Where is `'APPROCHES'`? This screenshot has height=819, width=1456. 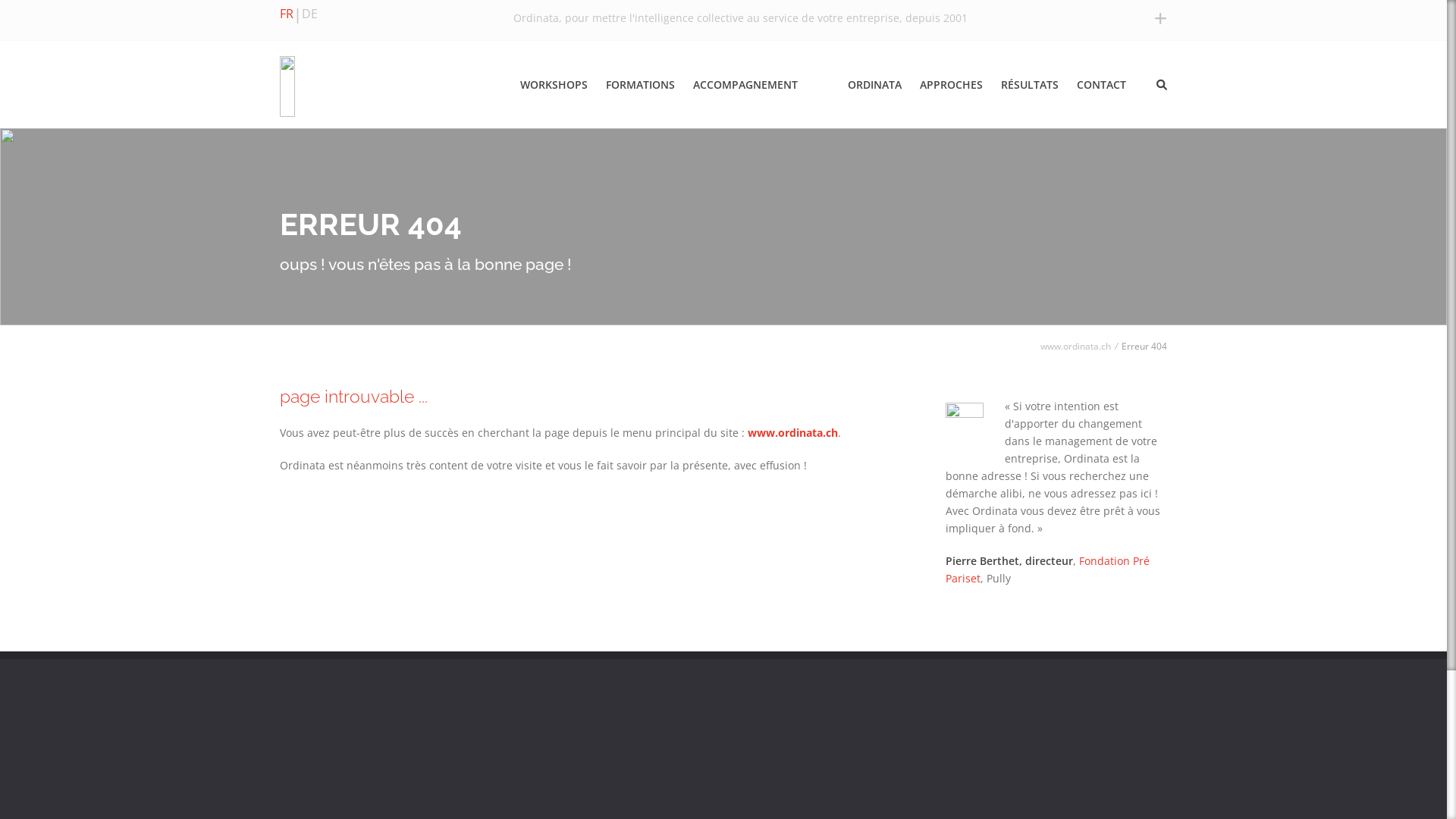
'APPROCHES' is located at coordinates (953, 84).